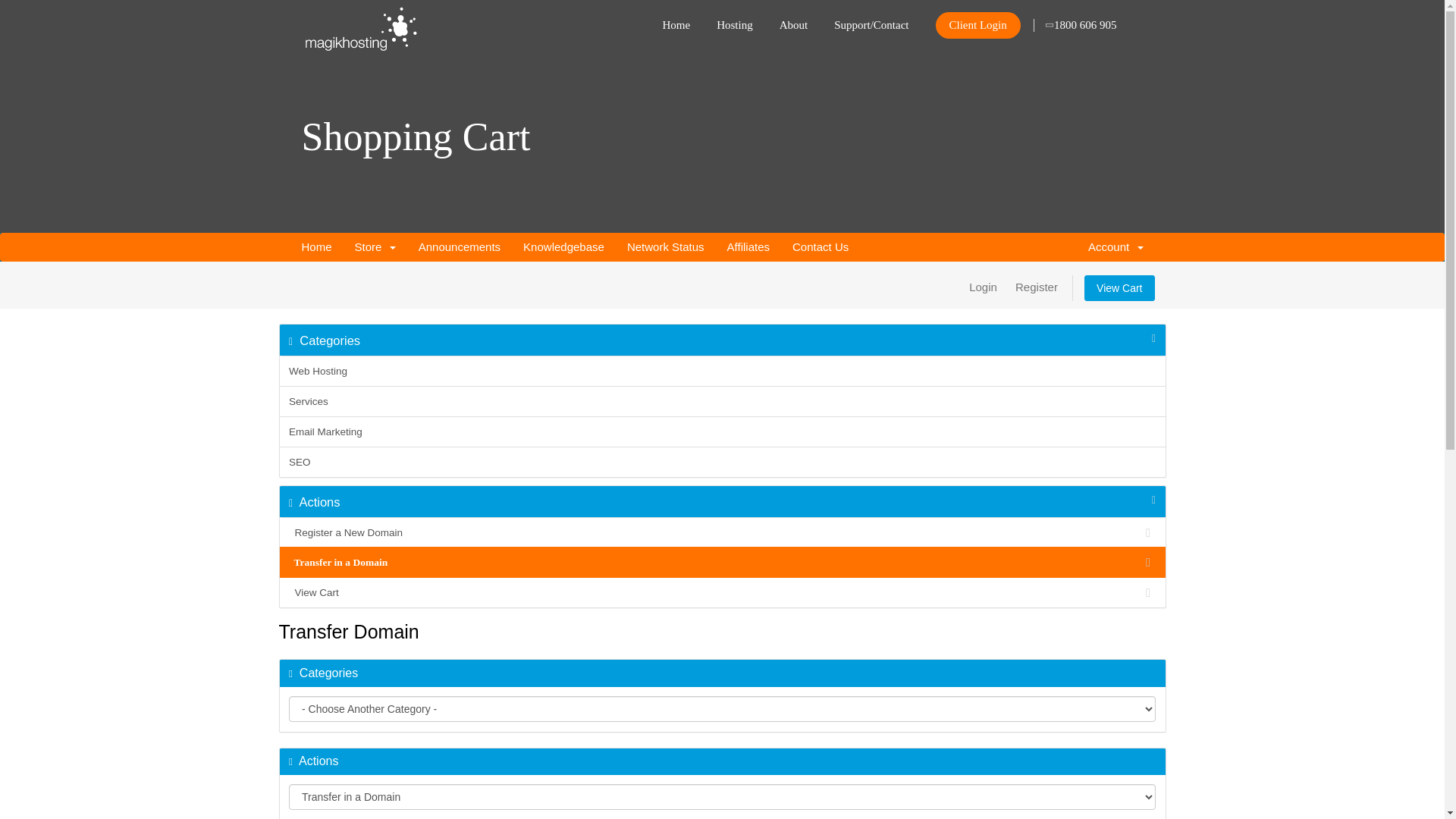  What do you see at coordinates (819, 246) in the screenshot?
I see `'Contact Us'` at bounding box center [819, 246].